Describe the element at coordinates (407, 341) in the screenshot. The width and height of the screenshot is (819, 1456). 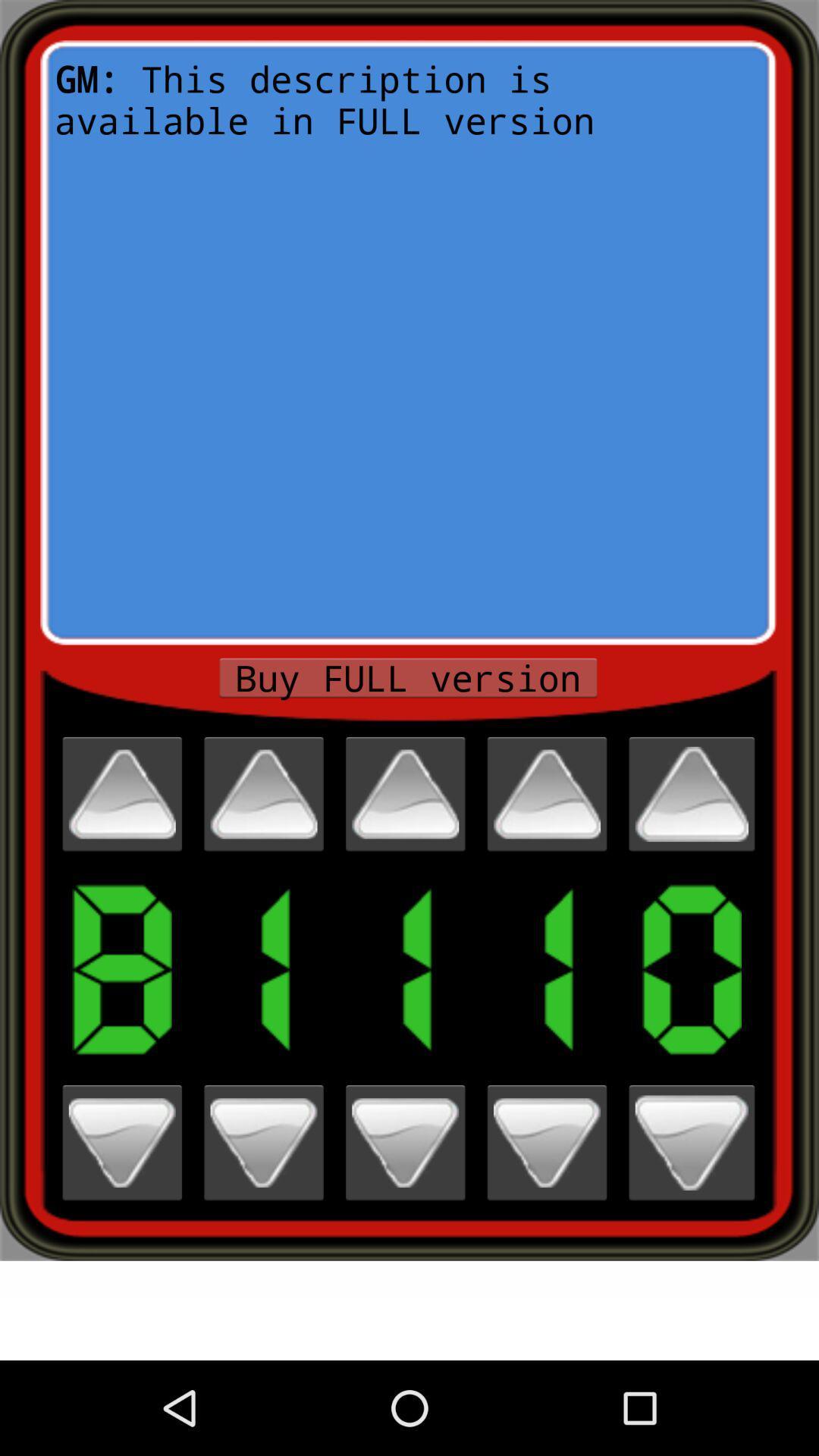
I see `gm this description app` at that location.